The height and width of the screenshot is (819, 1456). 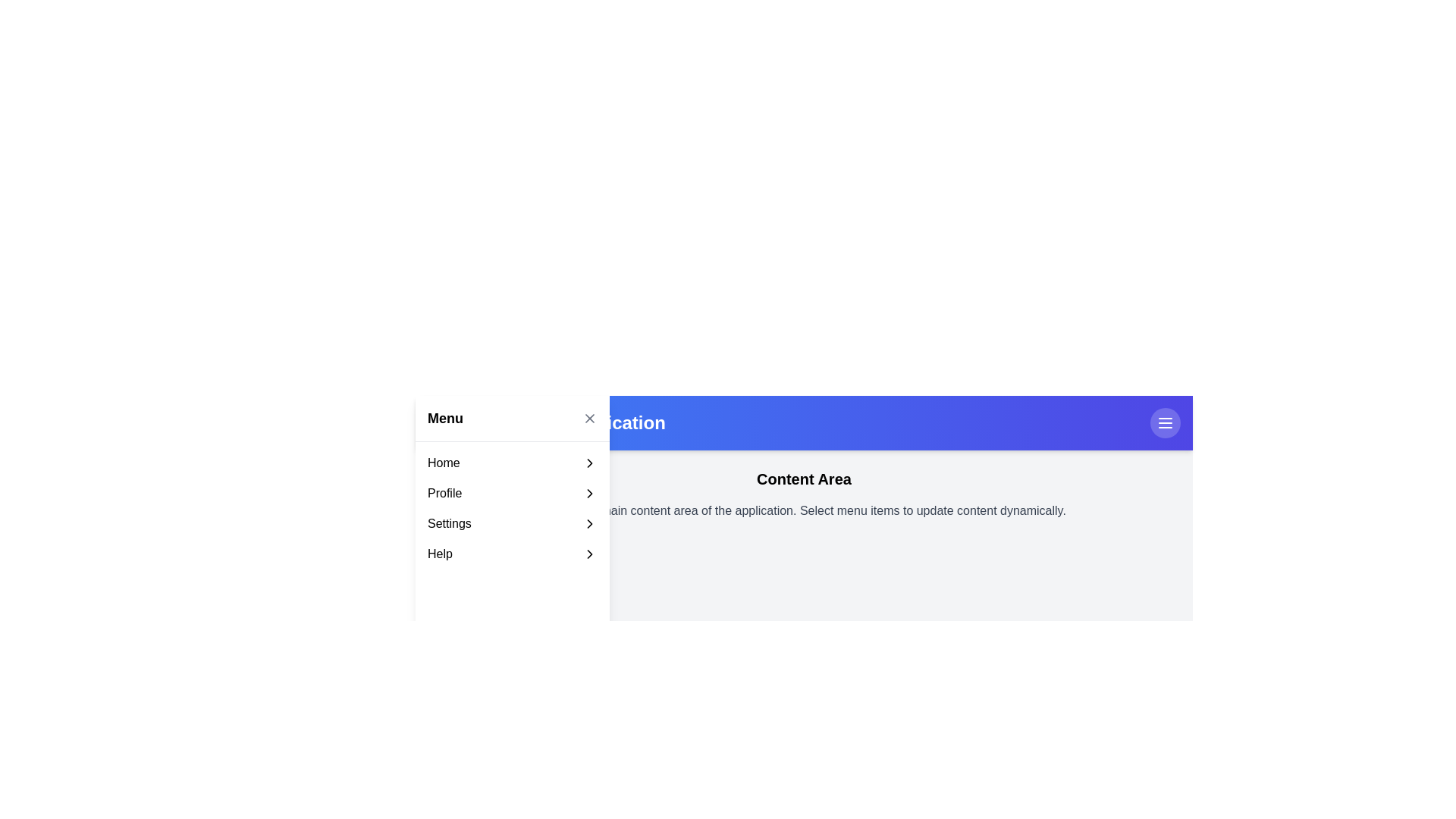 What do you see at coordinates (588, 418) in the screenshot?
I see `the thin diagonal line in the top-right corner of the vertical menu section, which is part of the 'X' symbol within a square button` at bounding box center [588, 418].